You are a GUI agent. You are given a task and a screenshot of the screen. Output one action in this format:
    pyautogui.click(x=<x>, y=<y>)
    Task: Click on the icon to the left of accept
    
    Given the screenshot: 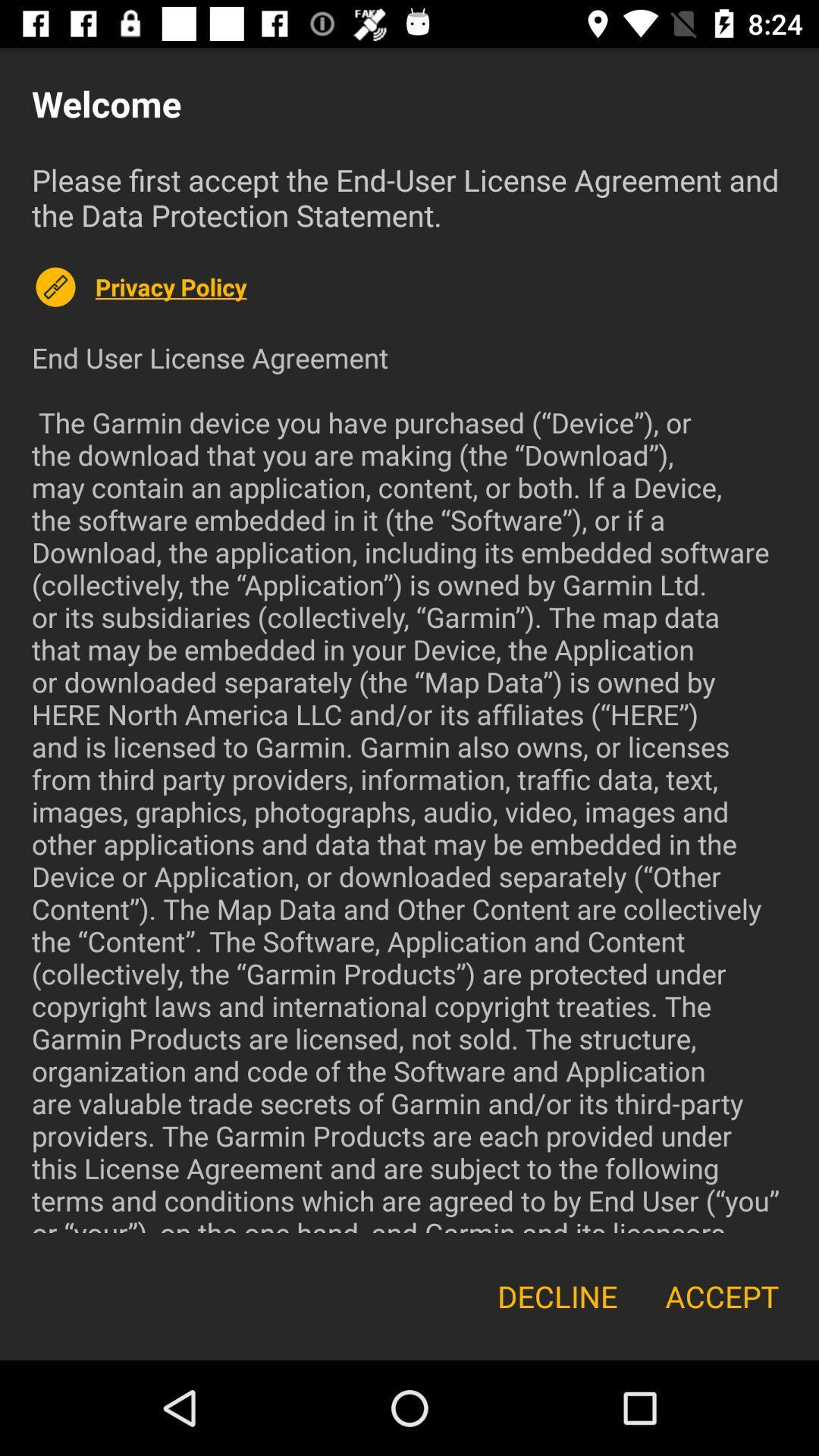 What is the action you would take?
    pyautogui.click(x=557, y=1295)
    